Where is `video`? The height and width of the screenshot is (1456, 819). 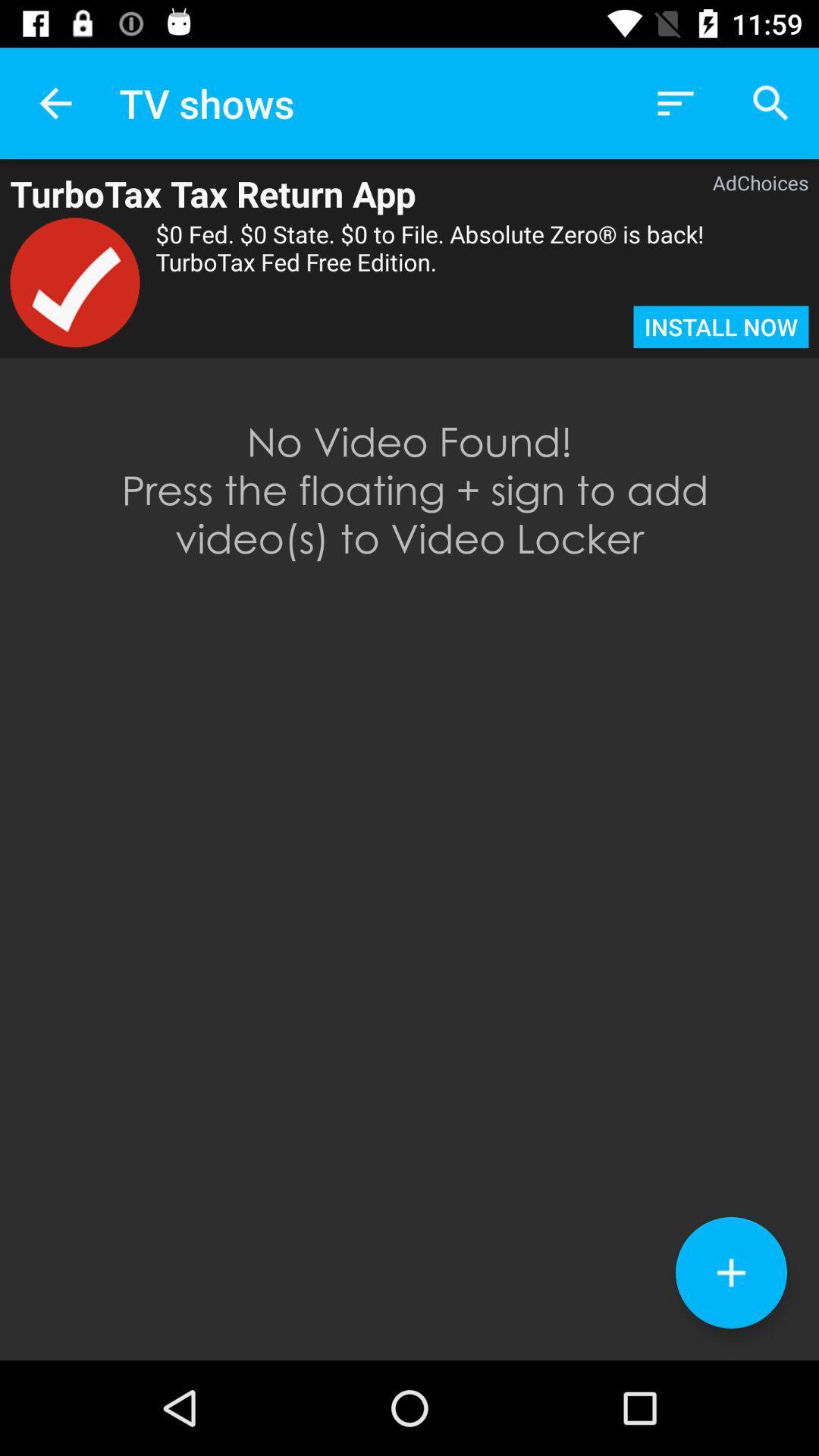 video is located at coordinates (730, 1272).